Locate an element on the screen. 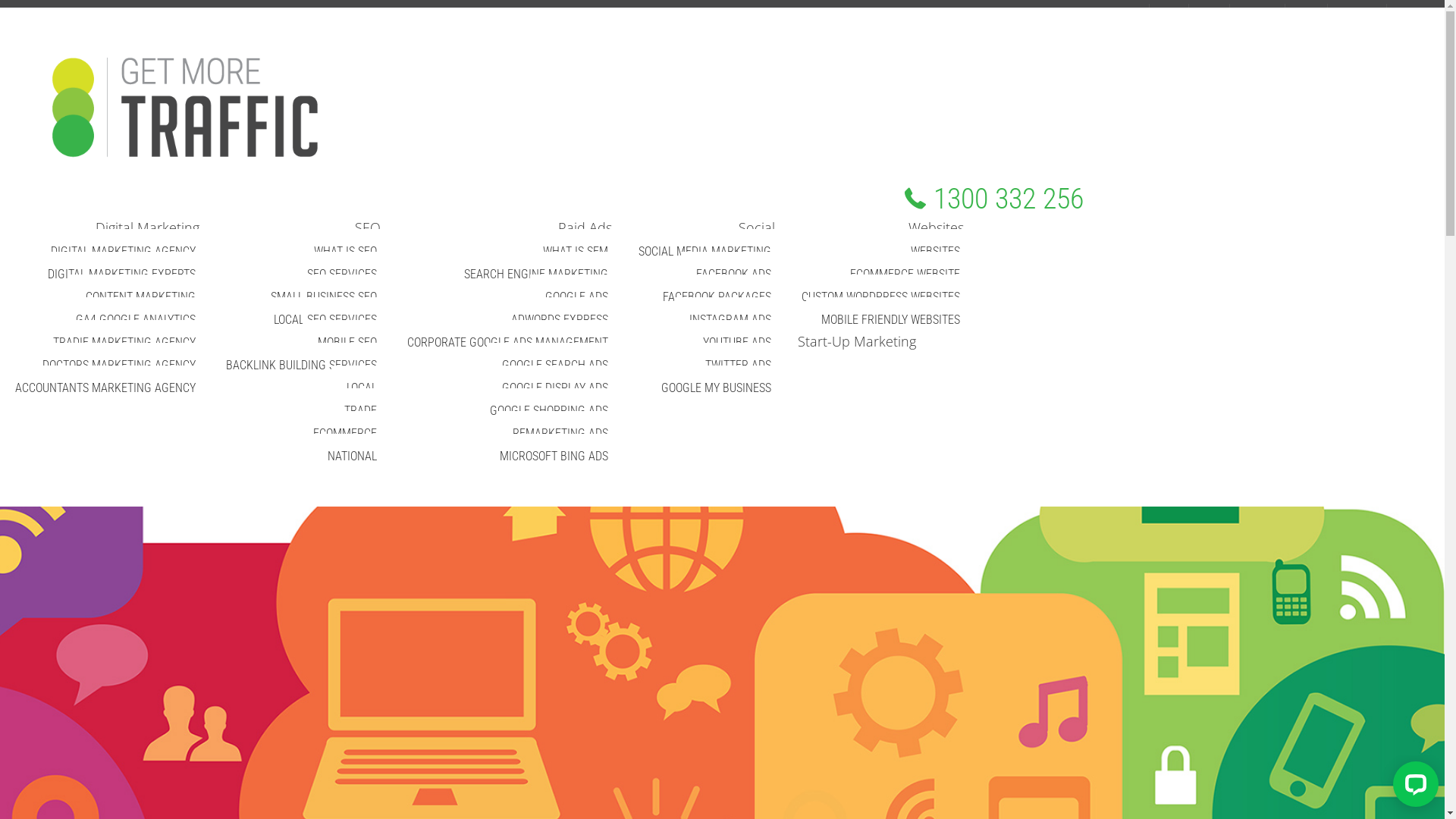 The height and width of the screenshot is (819, 1456). 'TRADIE MARKETING AGENCY' is located at coordinates (37, 342).